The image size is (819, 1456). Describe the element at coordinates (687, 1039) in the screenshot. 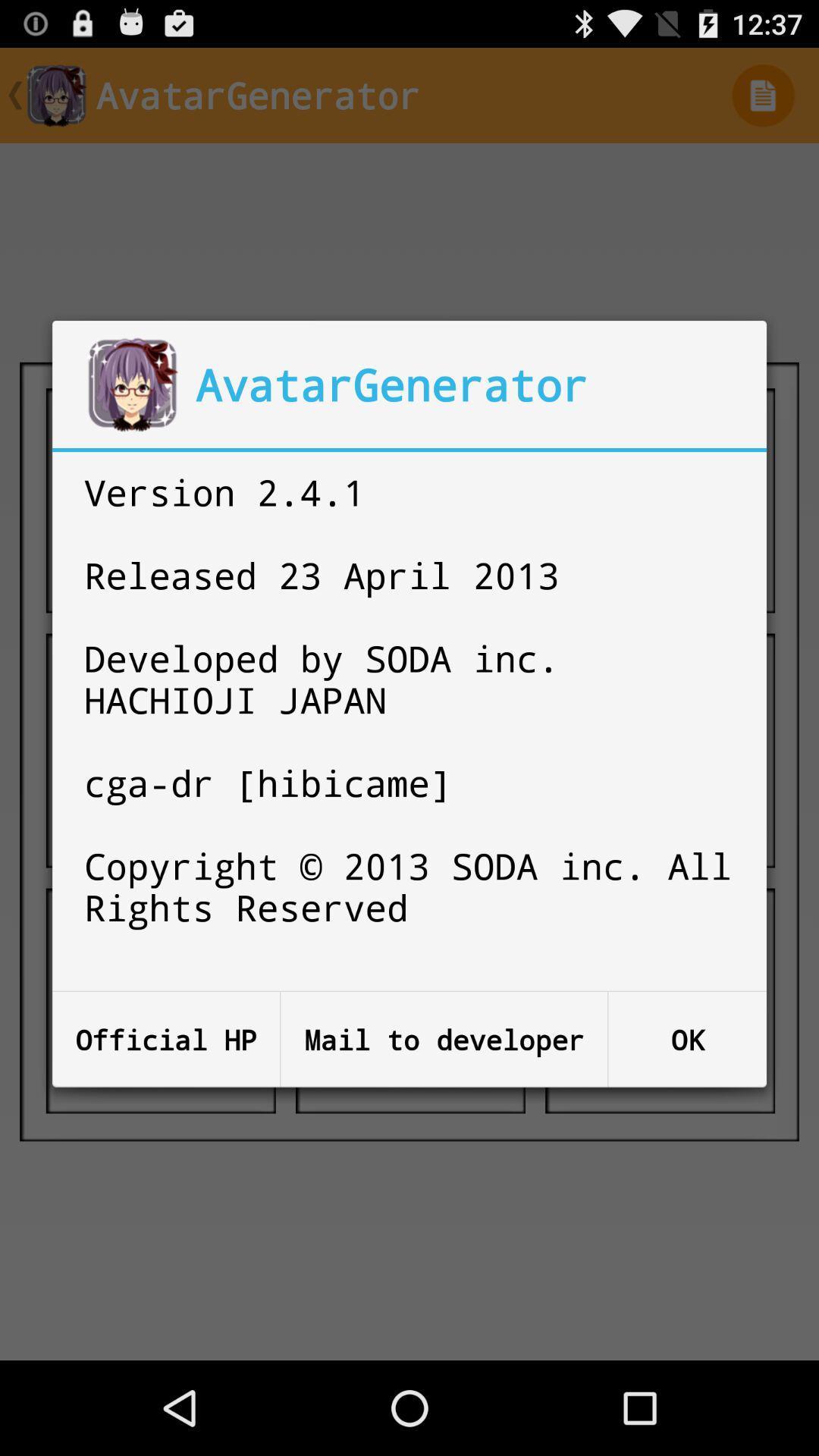

I see `the icon below the version 2 4 item` at that location.